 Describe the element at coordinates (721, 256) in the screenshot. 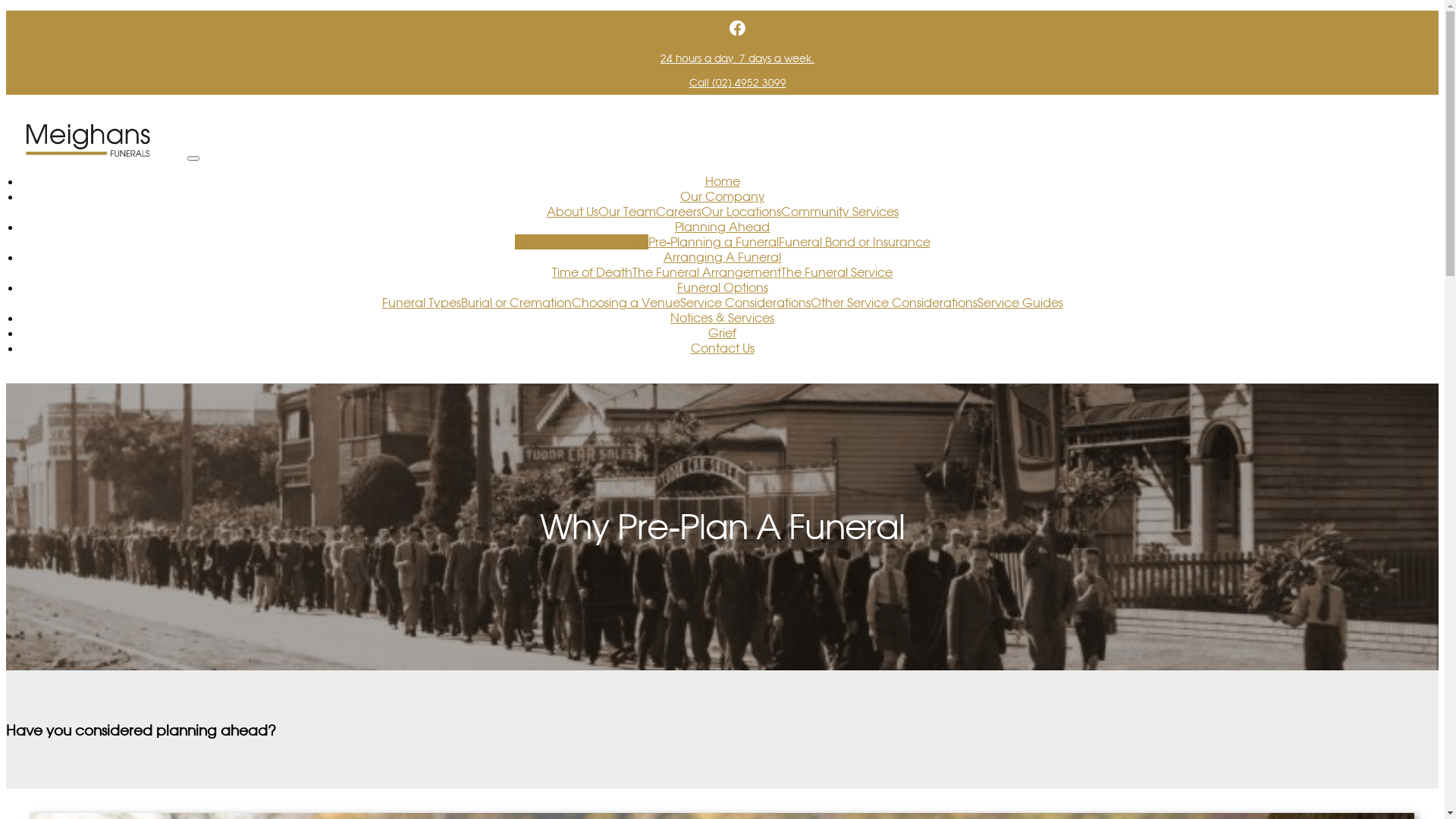

I see `'Arranging A Funeral'` at that location.